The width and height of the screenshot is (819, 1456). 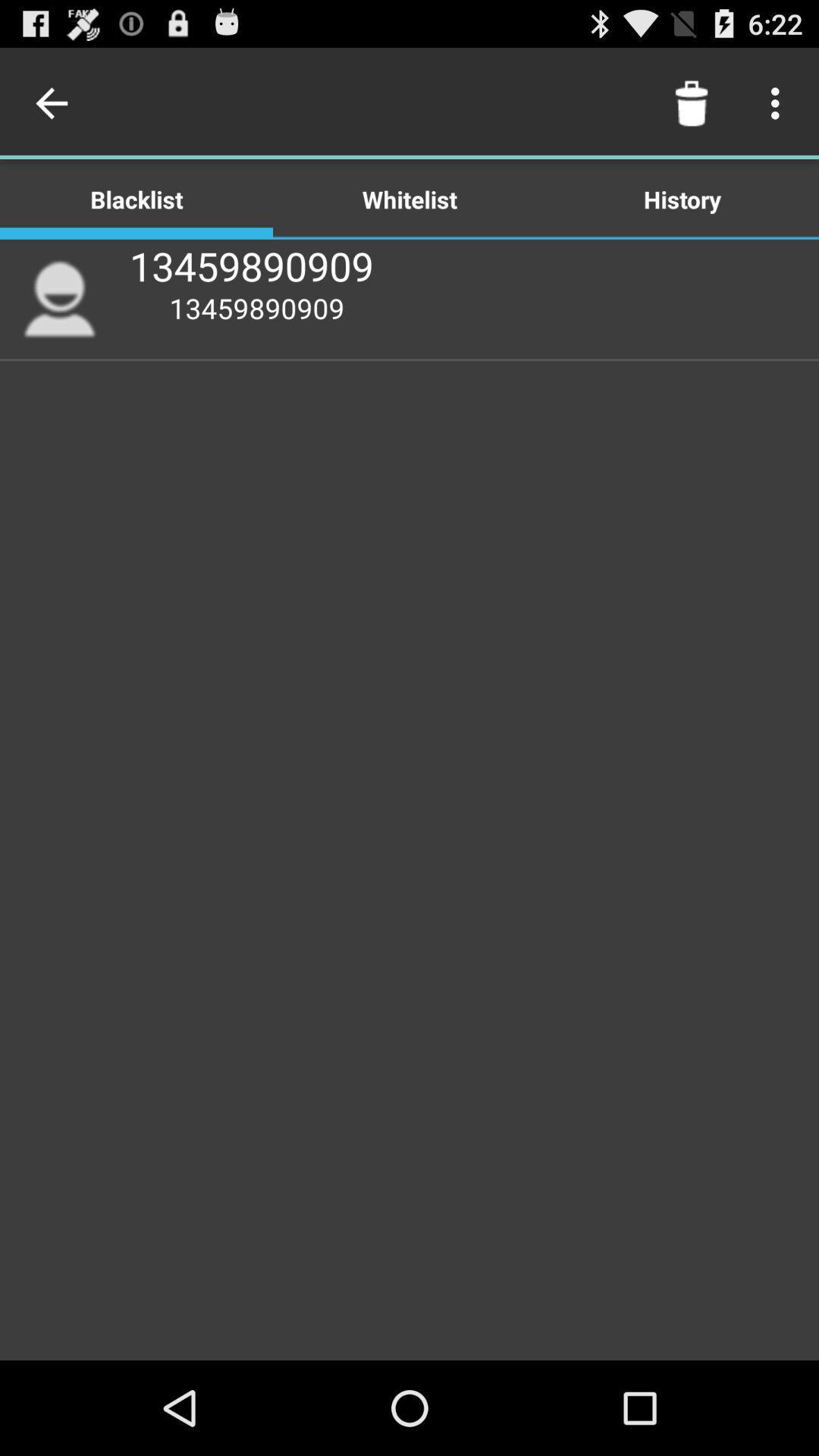 What do you see at coordinates (691, 102) in the screenshot?
I see `the item next to the whitelist` at bounding box center [691, 102].